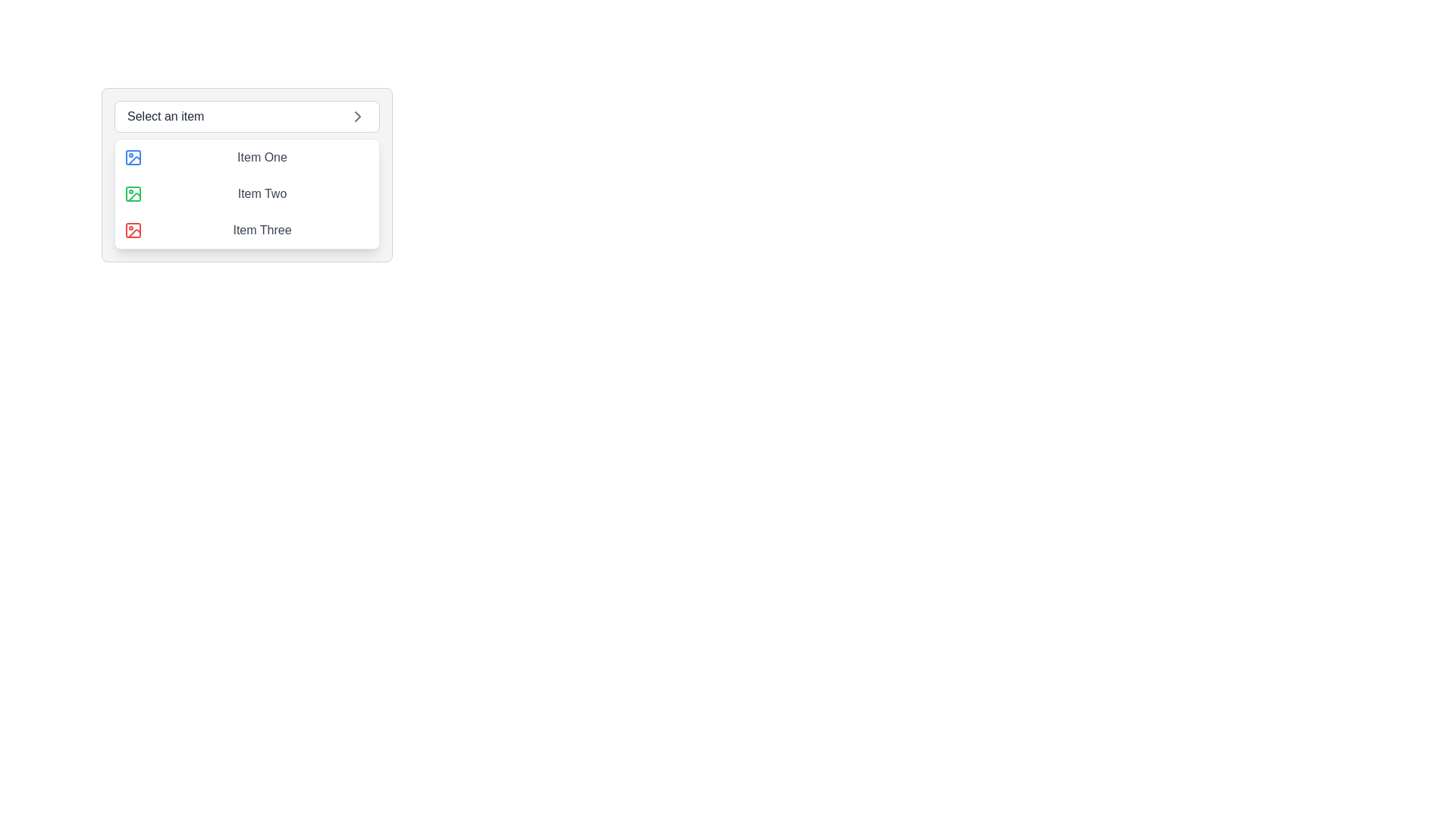  What do you see at coordinates (247, 116) in the screenshot?
I see `the Dropdown Trigger element` at bounding box center [247, 116].